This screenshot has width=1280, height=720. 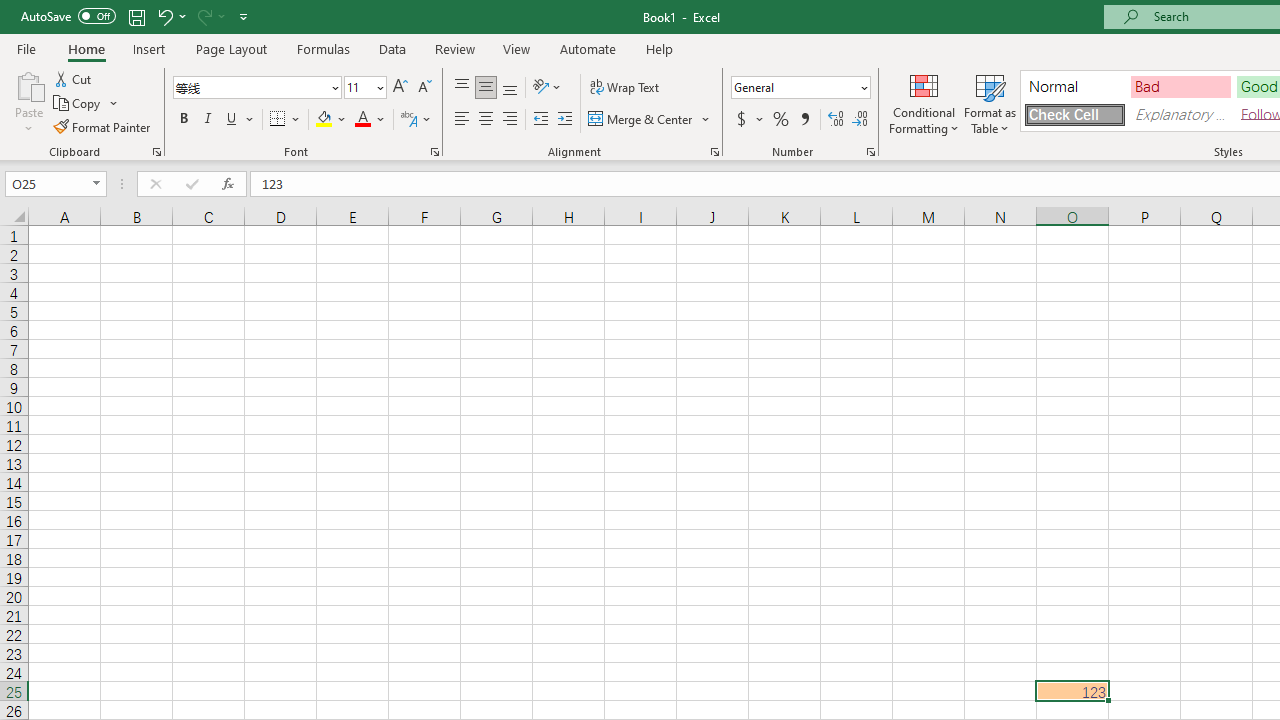 I want to click on 'Copy', so click(x=85, y=103).